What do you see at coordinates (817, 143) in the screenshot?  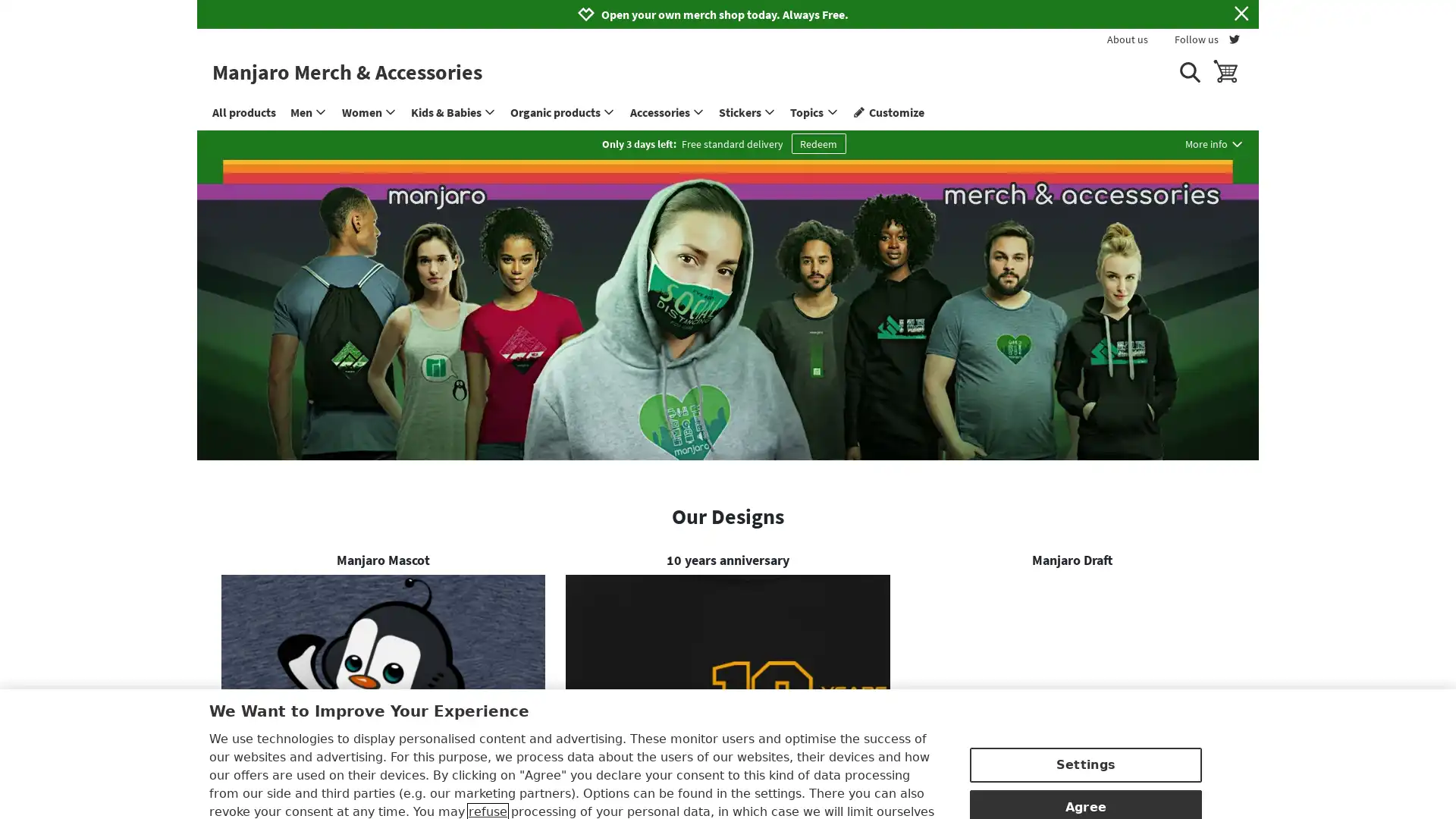 I see `Redeem` at bounding box center [817, 143].